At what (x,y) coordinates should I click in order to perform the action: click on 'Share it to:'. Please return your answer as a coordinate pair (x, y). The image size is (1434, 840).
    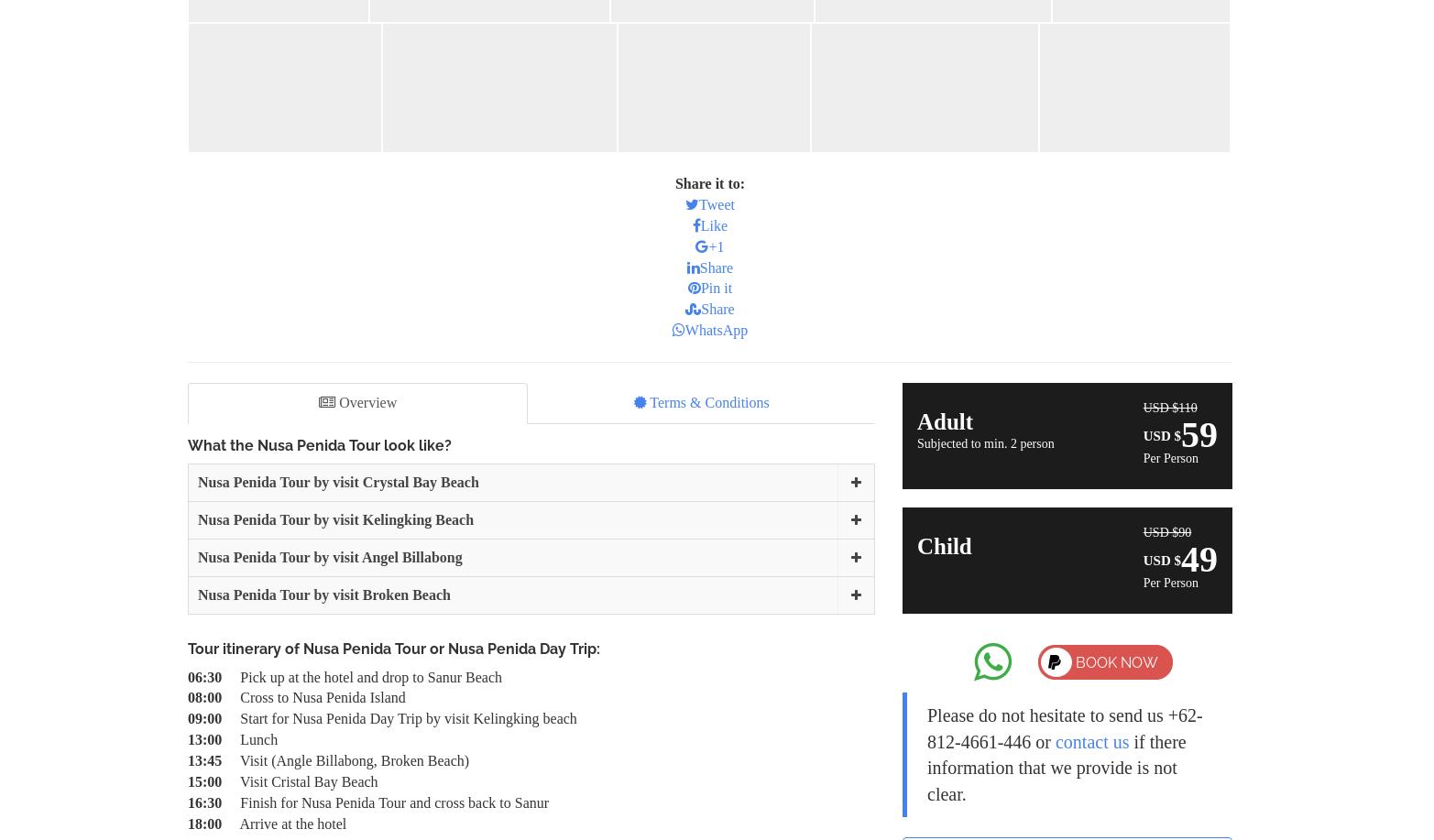
    Looking at the image, I should click on (709, 182).